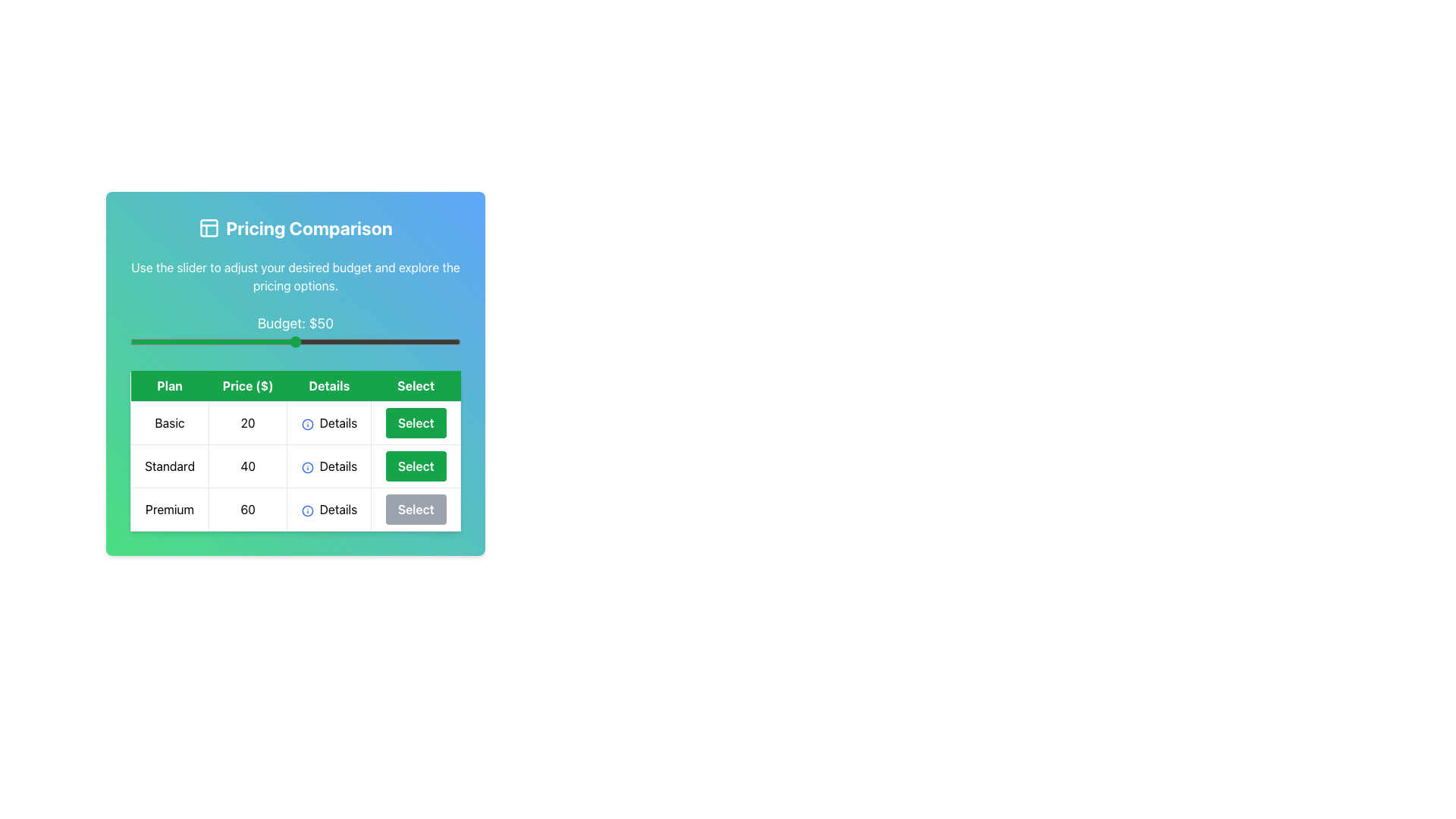  Describe the element at coordinates (306, 466) in the screenshot. I see `the blue circular icon with an outlined 'i' symbol located in the middle column of the second row labeled 'Standard' in the pricing comparison table, positioned to the left of the 'Details' text` at that location.